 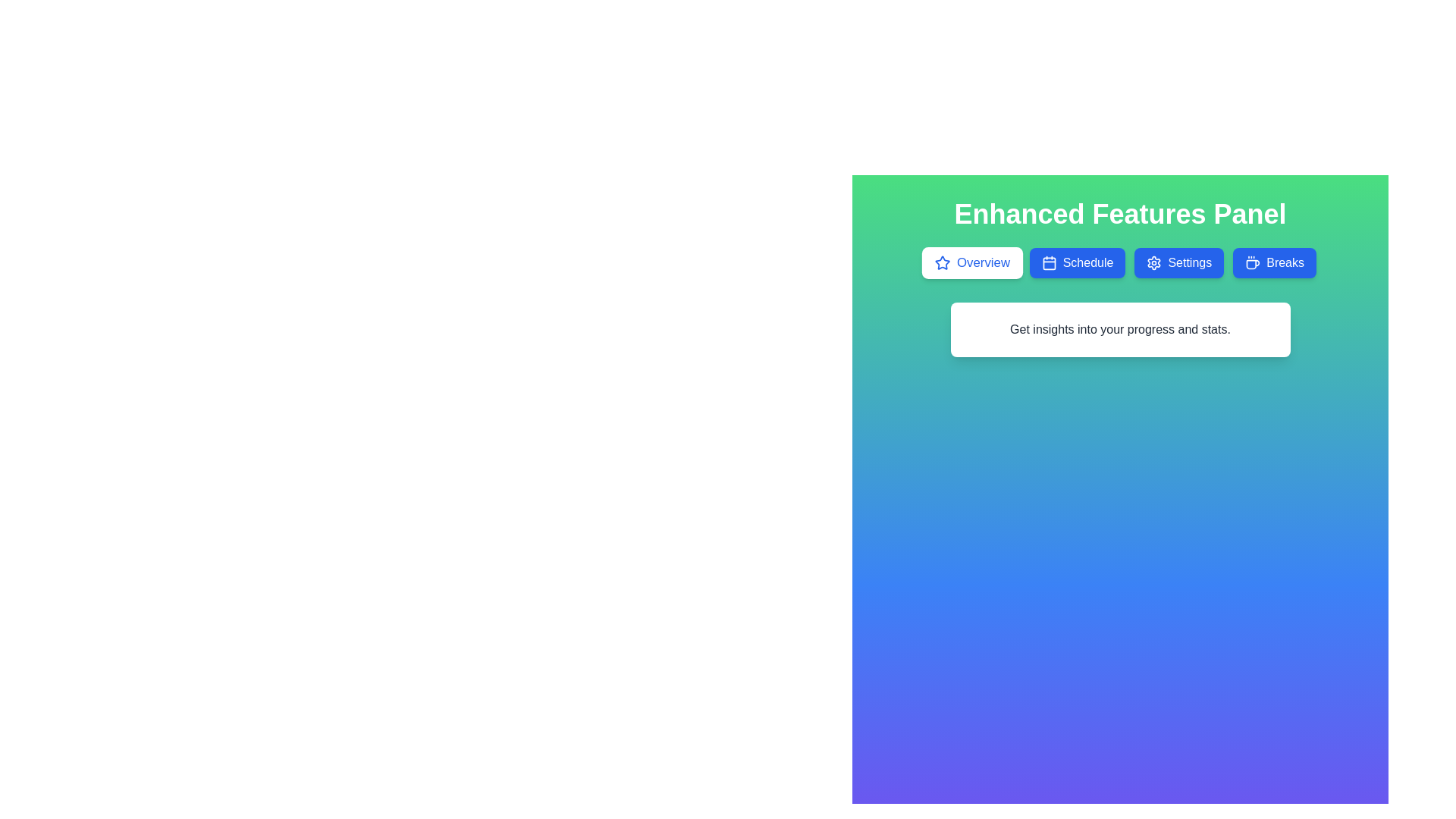 What do you see at coordinates (942, 262) in the screenshot?
I see `the star-shaped icon with a blue outline located inside the 'Overview' button for accessibility interactions` at bounding box center [942, 262].